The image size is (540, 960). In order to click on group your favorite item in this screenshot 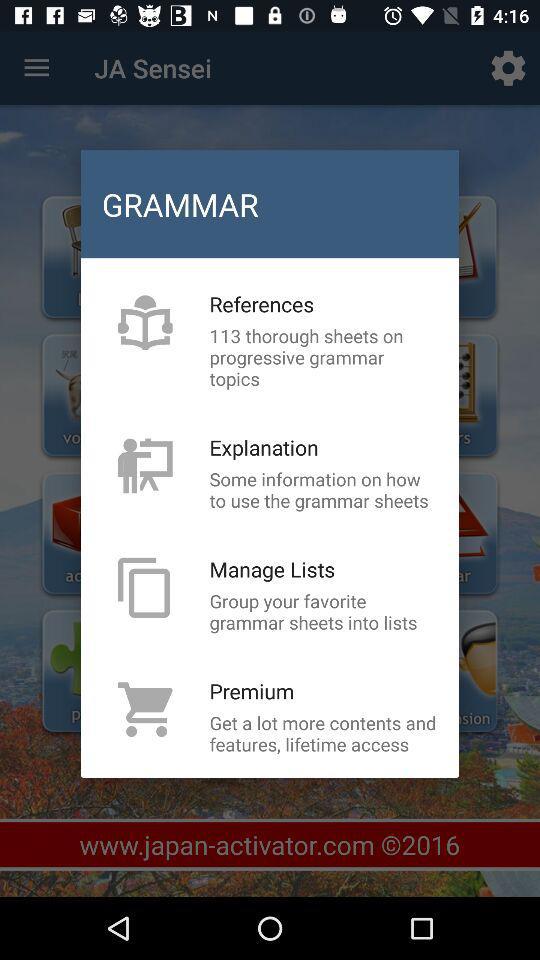, I will do `click(323, 610)`.